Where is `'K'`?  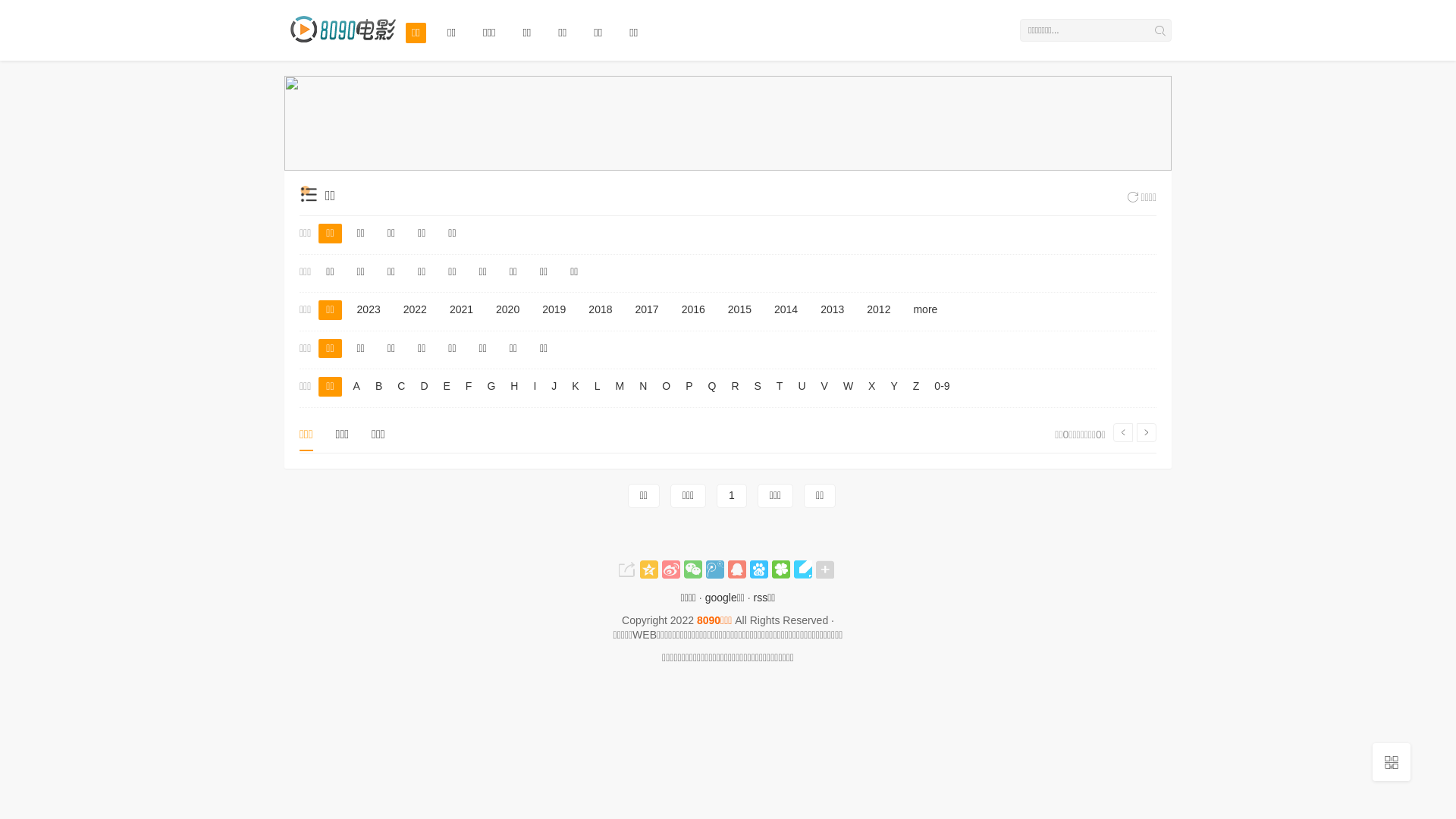 'K' is located at coordinates (566, 385).